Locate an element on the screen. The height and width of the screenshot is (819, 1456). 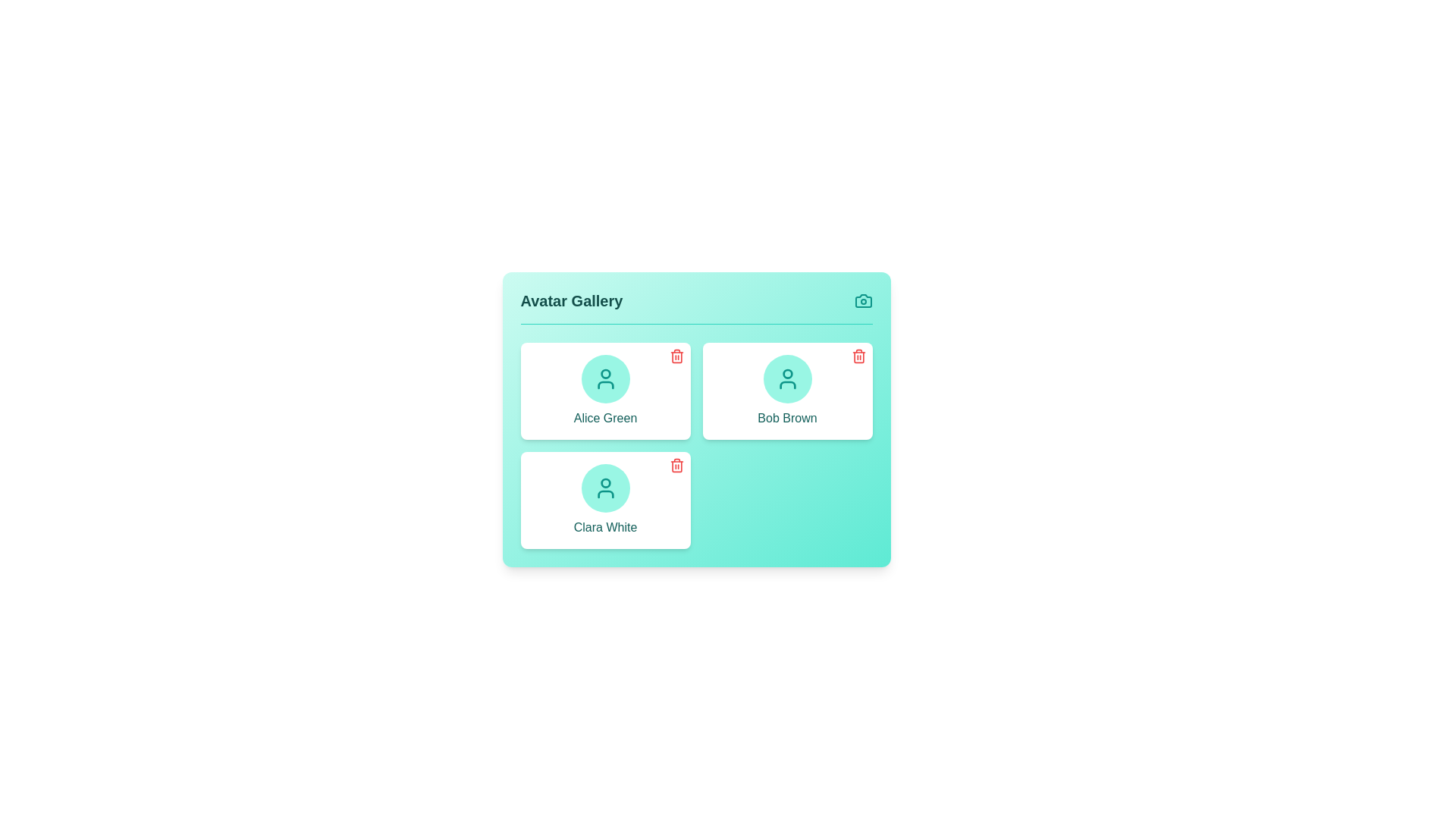
the iconographic element representing the user 'Alice Green' in the Avatar Gallery section, located on the leftmost card is located at coordinates (604, 384).